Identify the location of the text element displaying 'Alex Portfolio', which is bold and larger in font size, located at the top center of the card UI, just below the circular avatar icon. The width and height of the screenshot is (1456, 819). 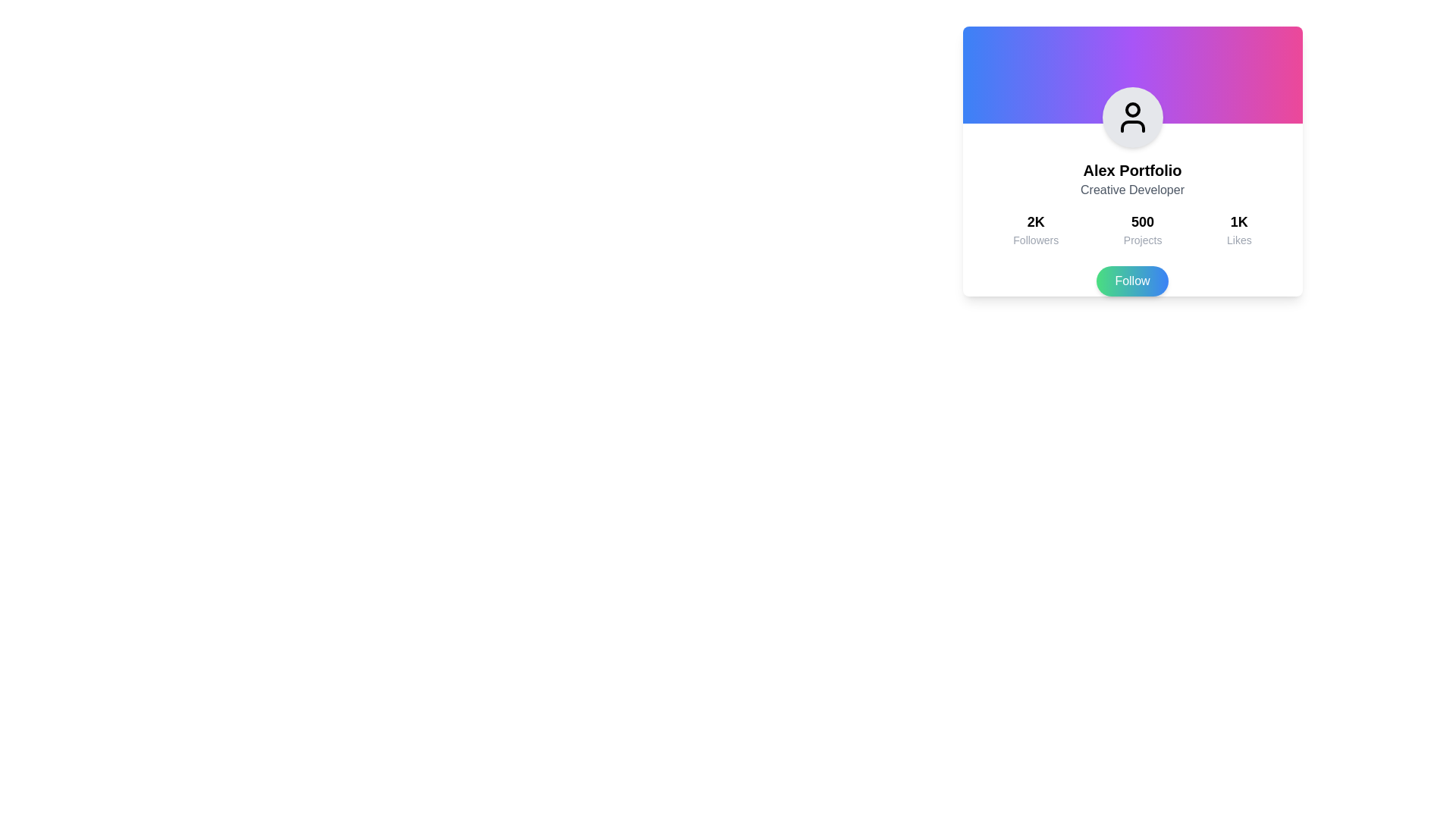
(1132, 170).